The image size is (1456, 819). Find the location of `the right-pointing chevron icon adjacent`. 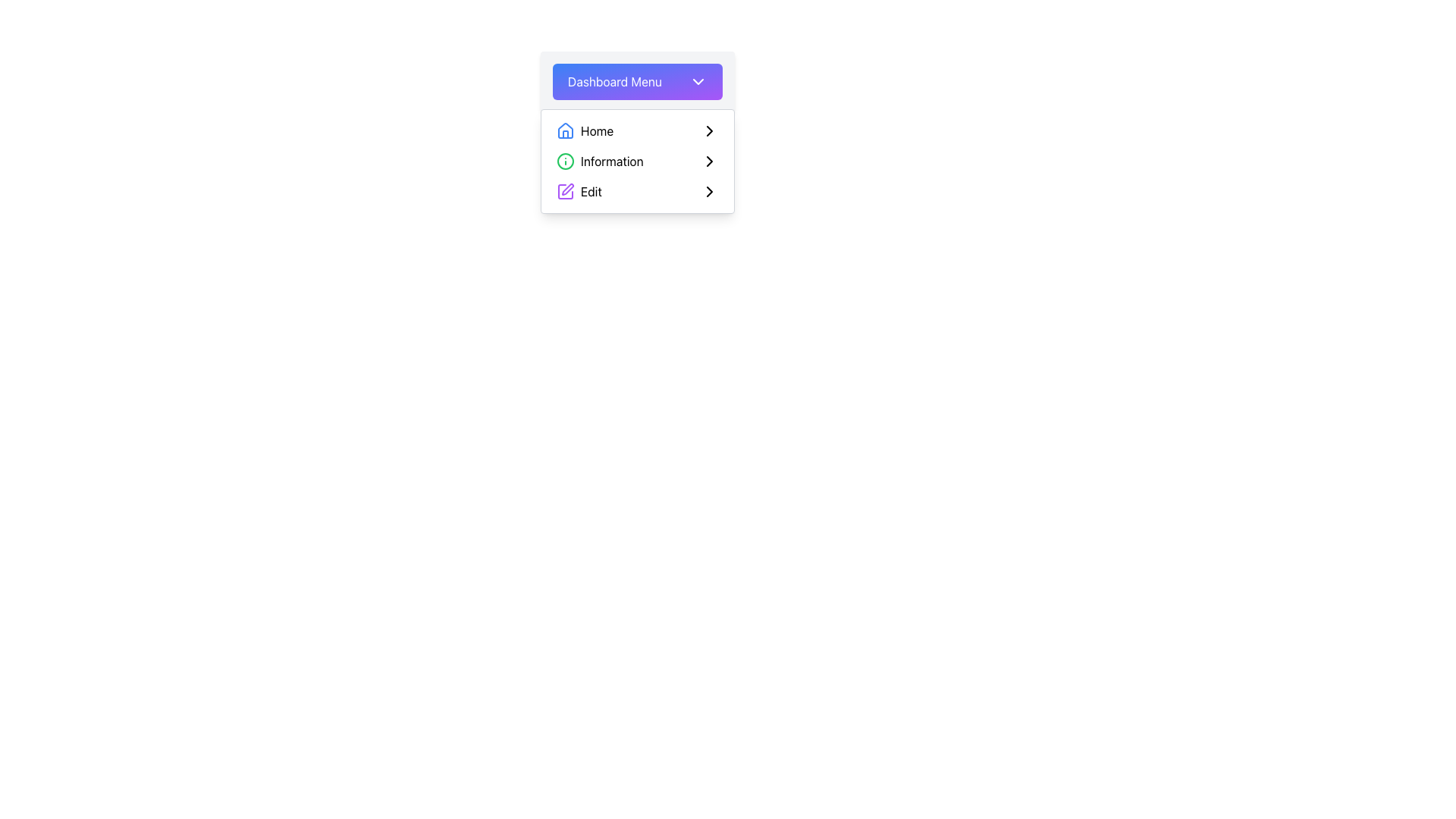

the right-pointing chevron icon adjacent is located at coordinates (709, 161).